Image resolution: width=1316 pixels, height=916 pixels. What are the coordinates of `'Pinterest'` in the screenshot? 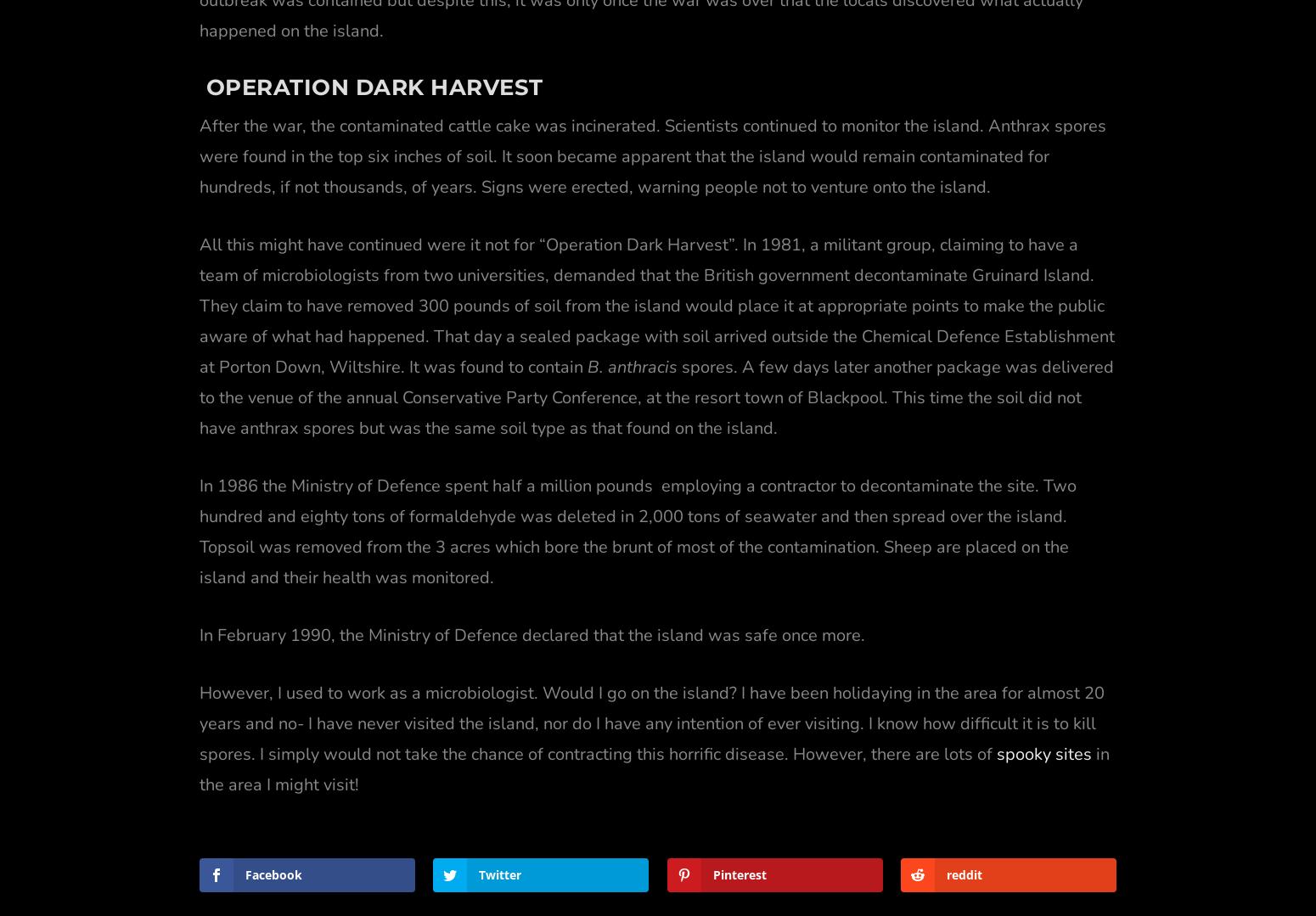 It's located at (739, 834).